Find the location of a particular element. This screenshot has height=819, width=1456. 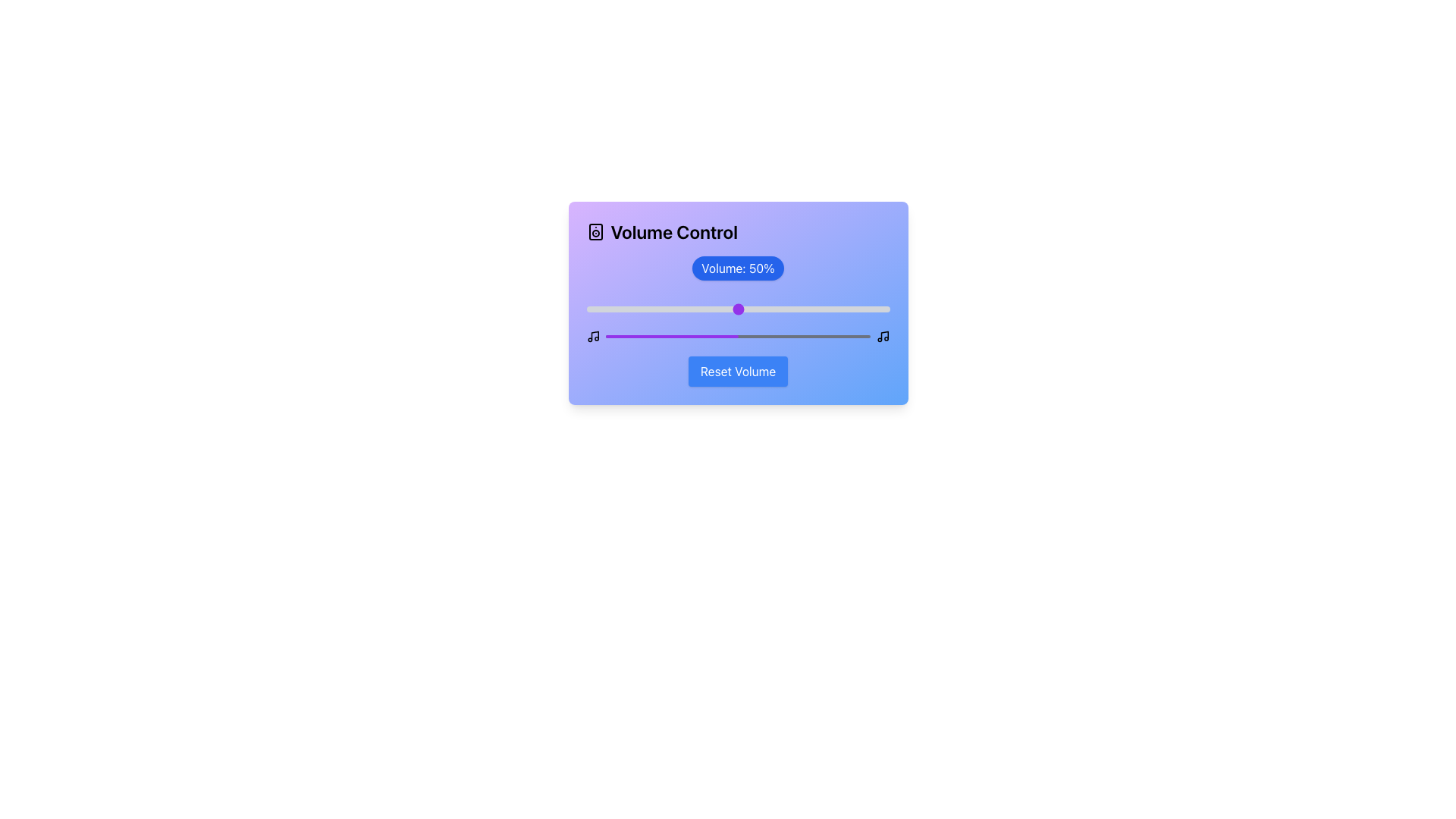

the speaker icon, which is the first icon to the left of the 'Volume Control' text in the title section at the top-left corner of the main card interface is located at coordinates (595, 231).